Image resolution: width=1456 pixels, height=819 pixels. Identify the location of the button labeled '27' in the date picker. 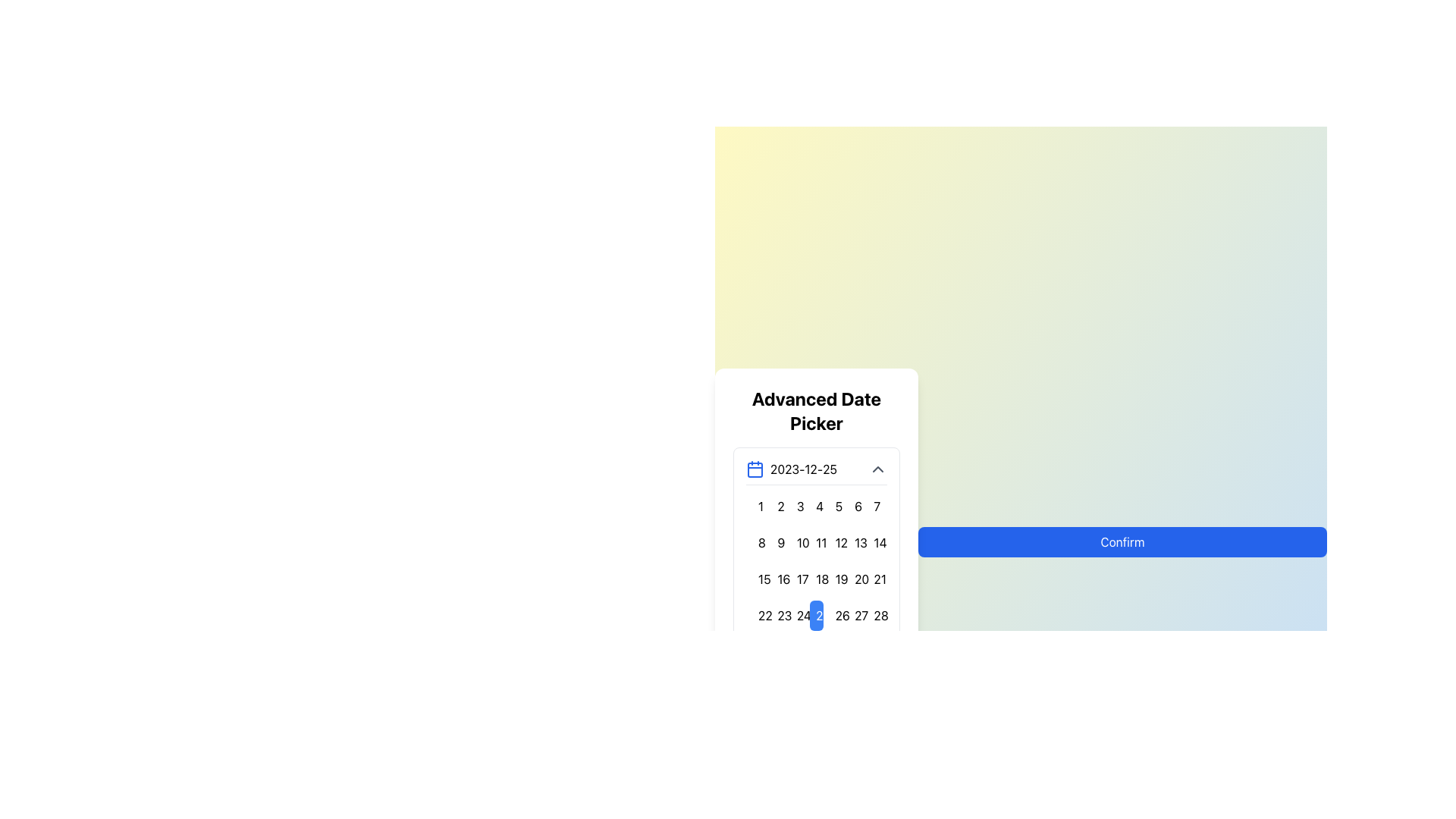
(855, 615).